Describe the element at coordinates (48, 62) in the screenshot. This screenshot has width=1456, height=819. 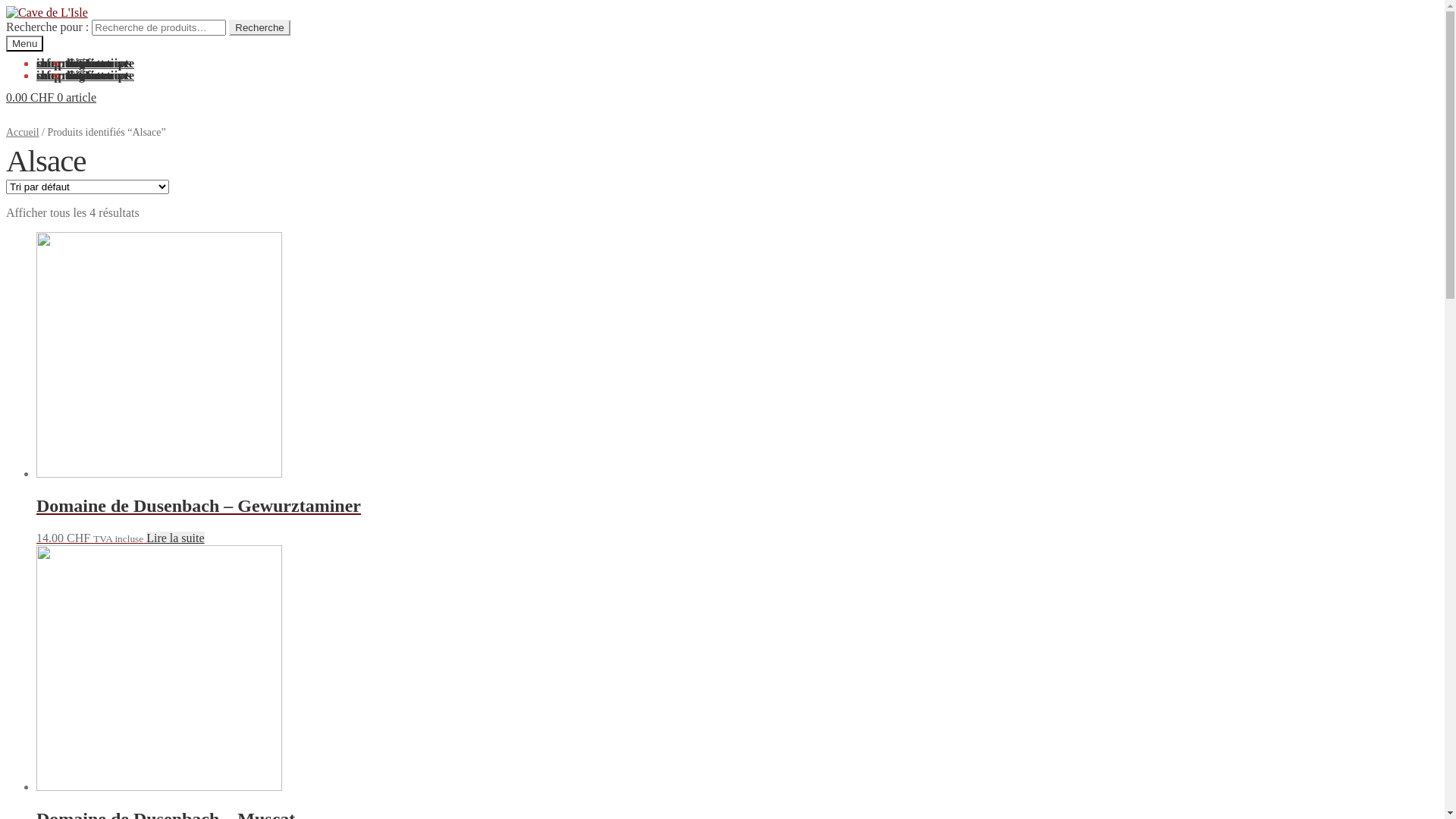
I see `'shop'` at that location.